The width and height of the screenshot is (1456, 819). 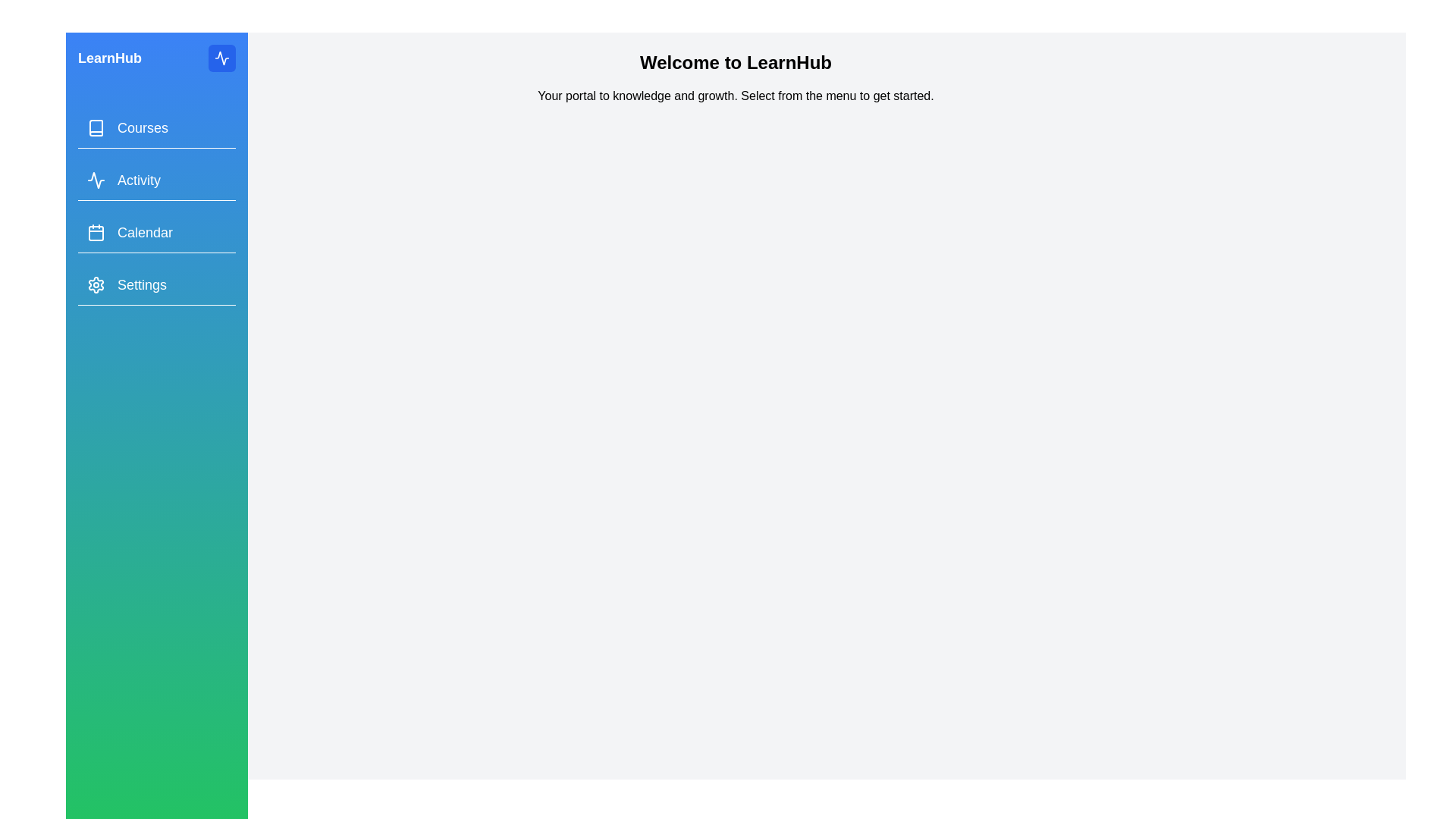 I want to click on the menu item Courses from the drawer, so click(x=156, y=127).